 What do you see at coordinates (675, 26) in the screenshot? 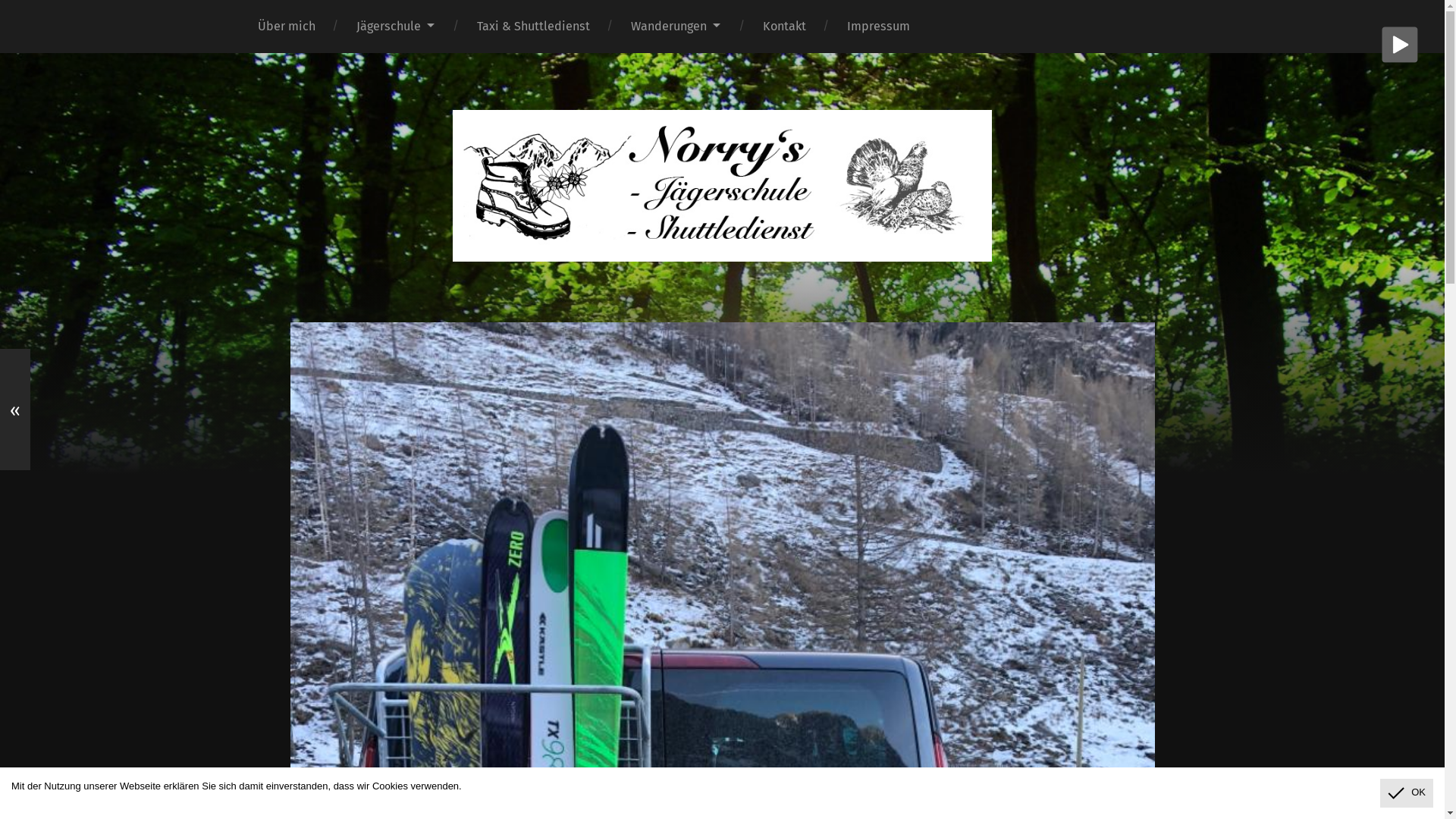
I see `'Wanderungen'` at bounding box center [675, 26].